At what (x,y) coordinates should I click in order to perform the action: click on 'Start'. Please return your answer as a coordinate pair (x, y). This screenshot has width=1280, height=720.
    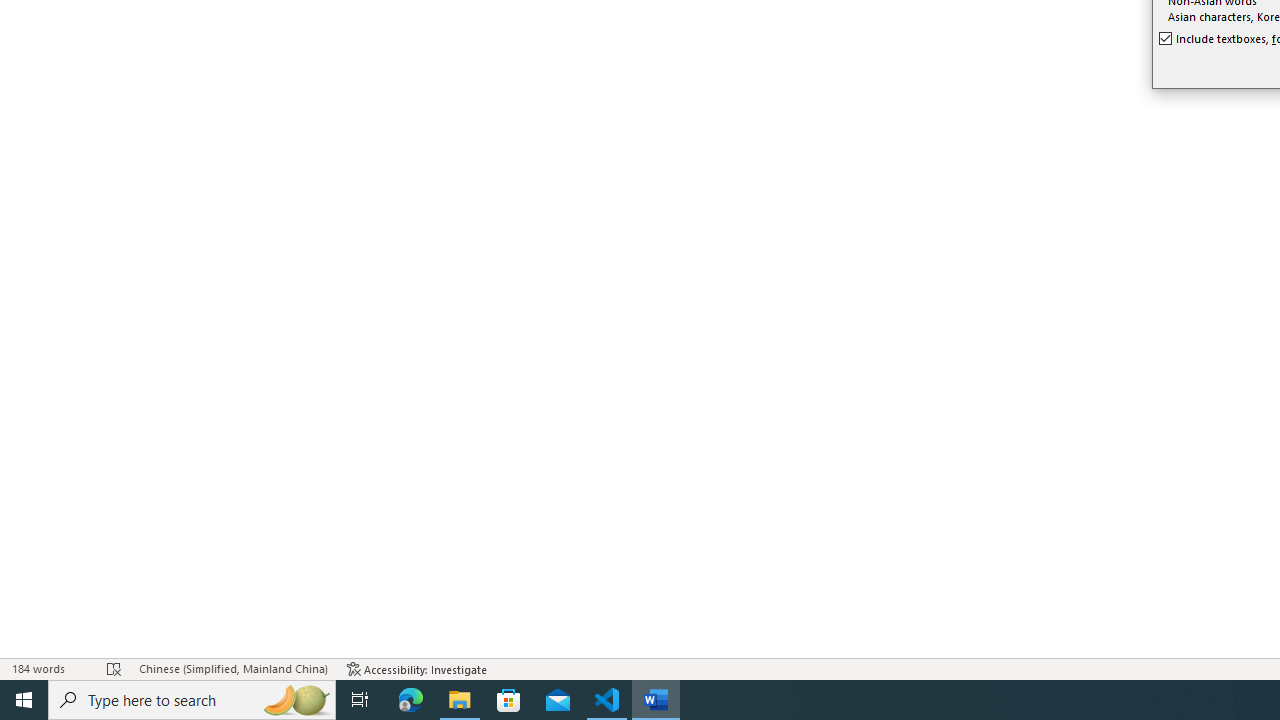
    Looking at the image, I should click on (24, 698).